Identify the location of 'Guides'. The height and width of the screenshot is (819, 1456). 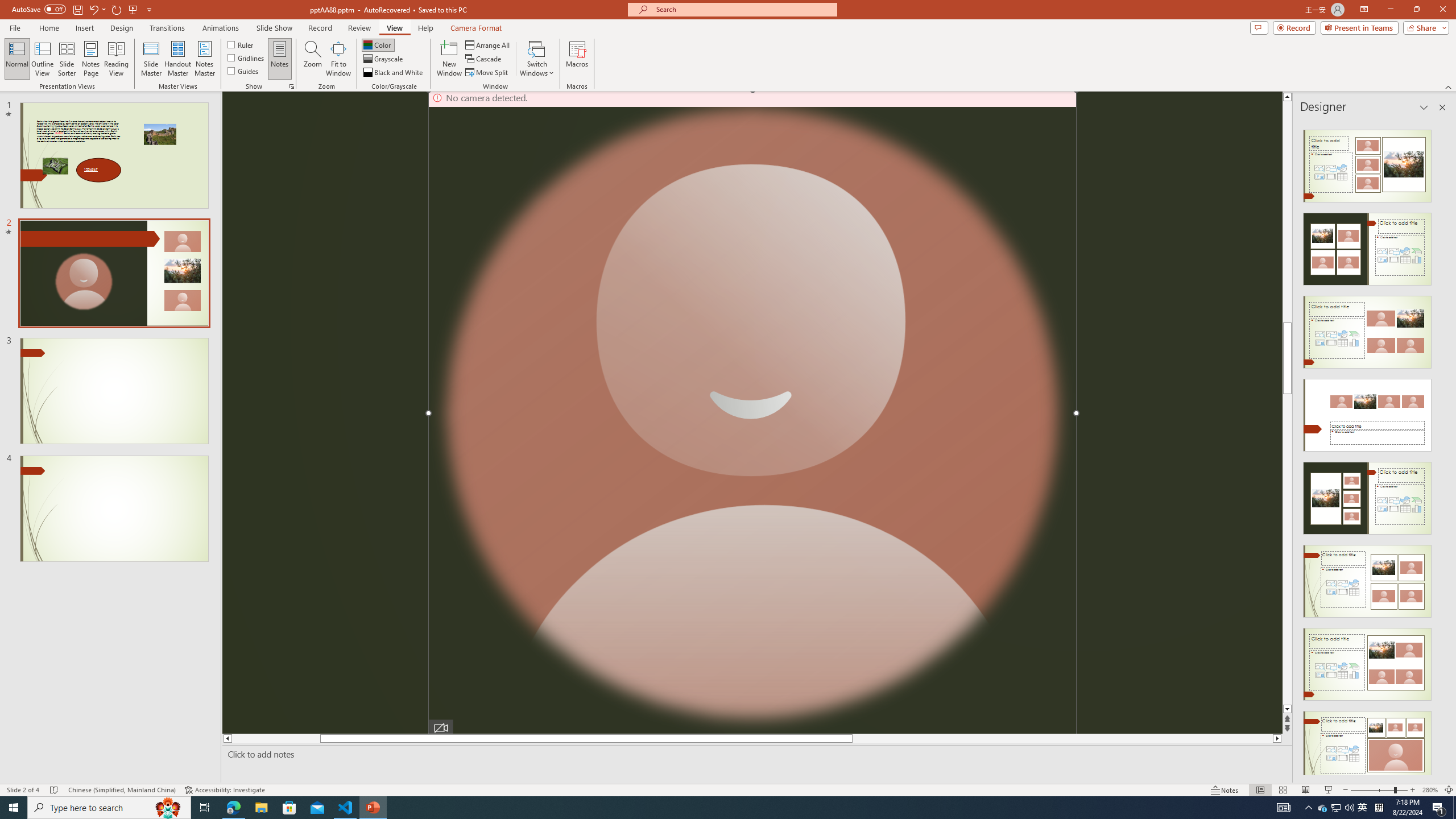
(243, 69).